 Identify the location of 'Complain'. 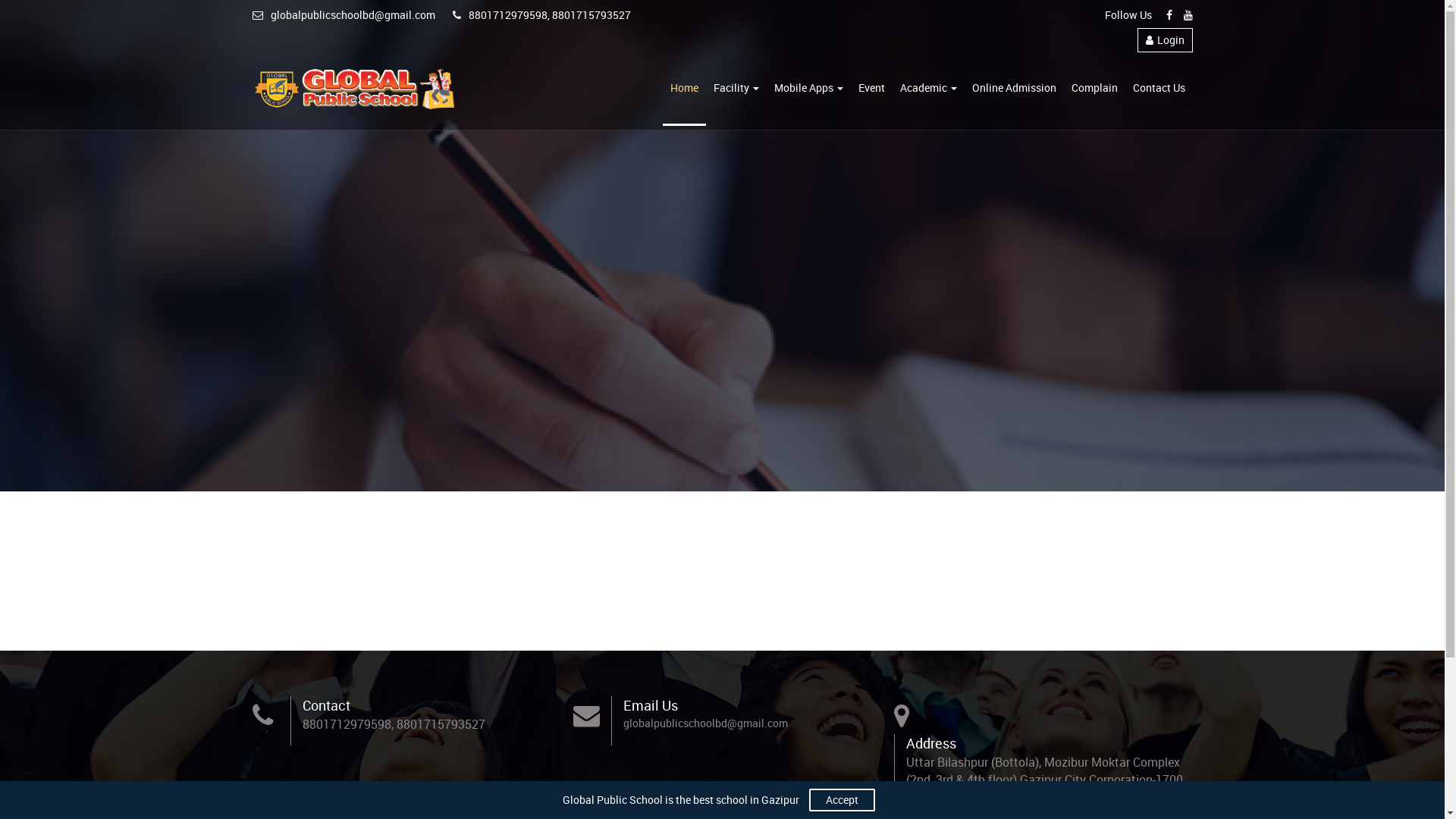
(1062, 89).